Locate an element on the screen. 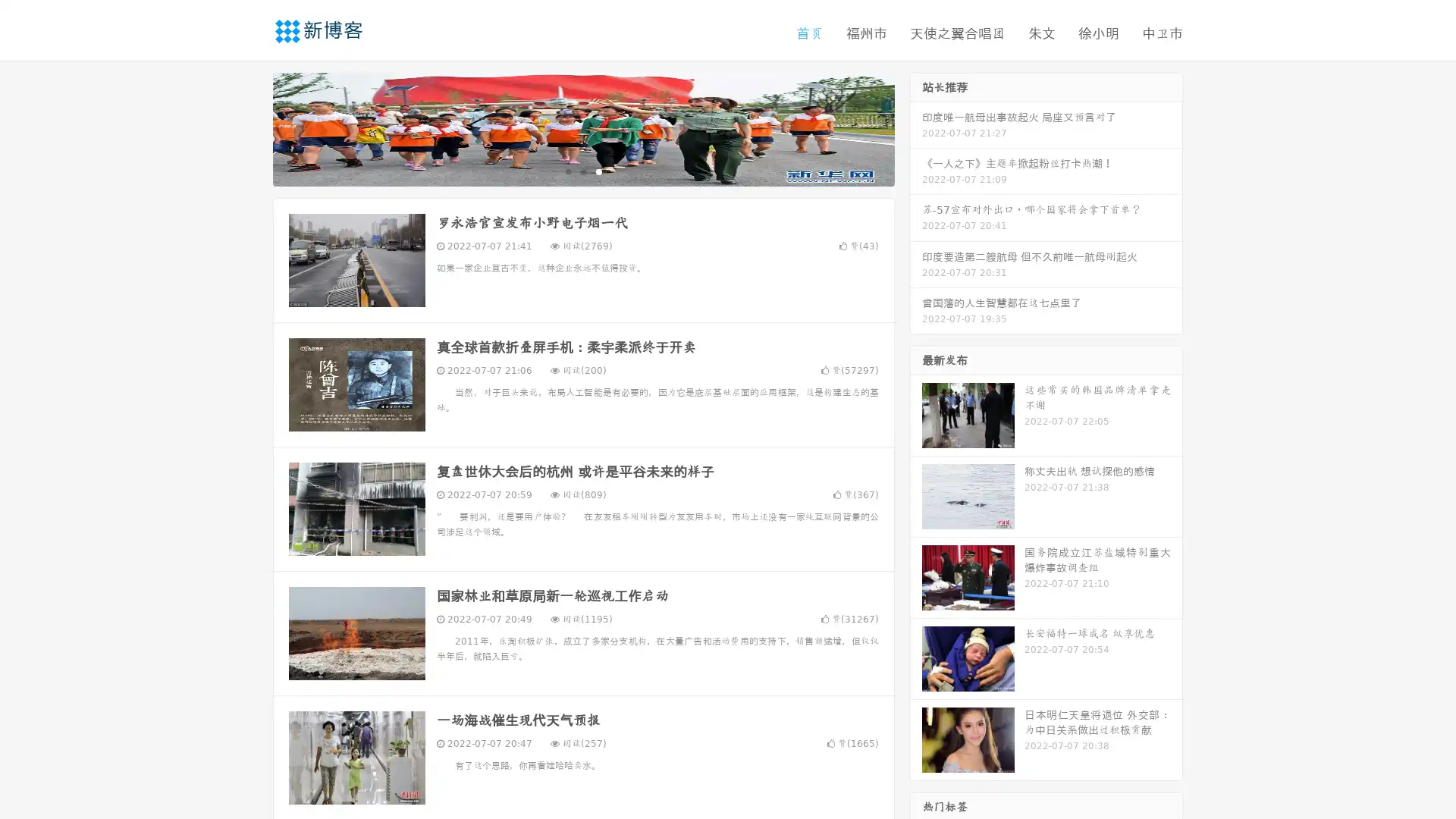  Go to slide 1 is located at coordinates (567, 171).